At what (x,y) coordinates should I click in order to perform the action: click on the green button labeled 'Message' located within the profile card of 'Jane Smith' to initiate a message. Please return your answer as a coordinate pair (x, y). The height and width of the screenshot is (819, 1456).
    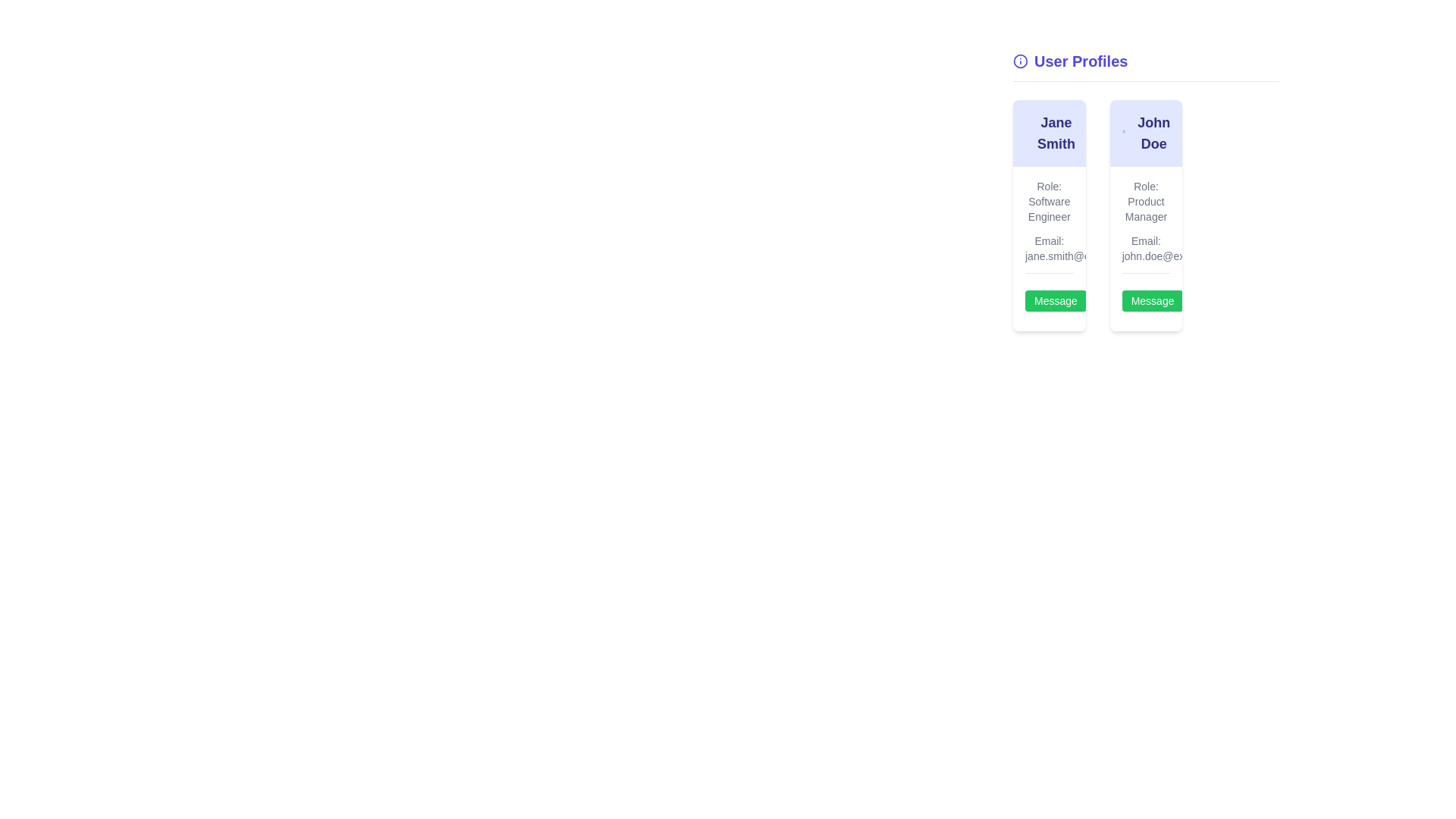
    Looking at the image, I should click on (1055, 301).